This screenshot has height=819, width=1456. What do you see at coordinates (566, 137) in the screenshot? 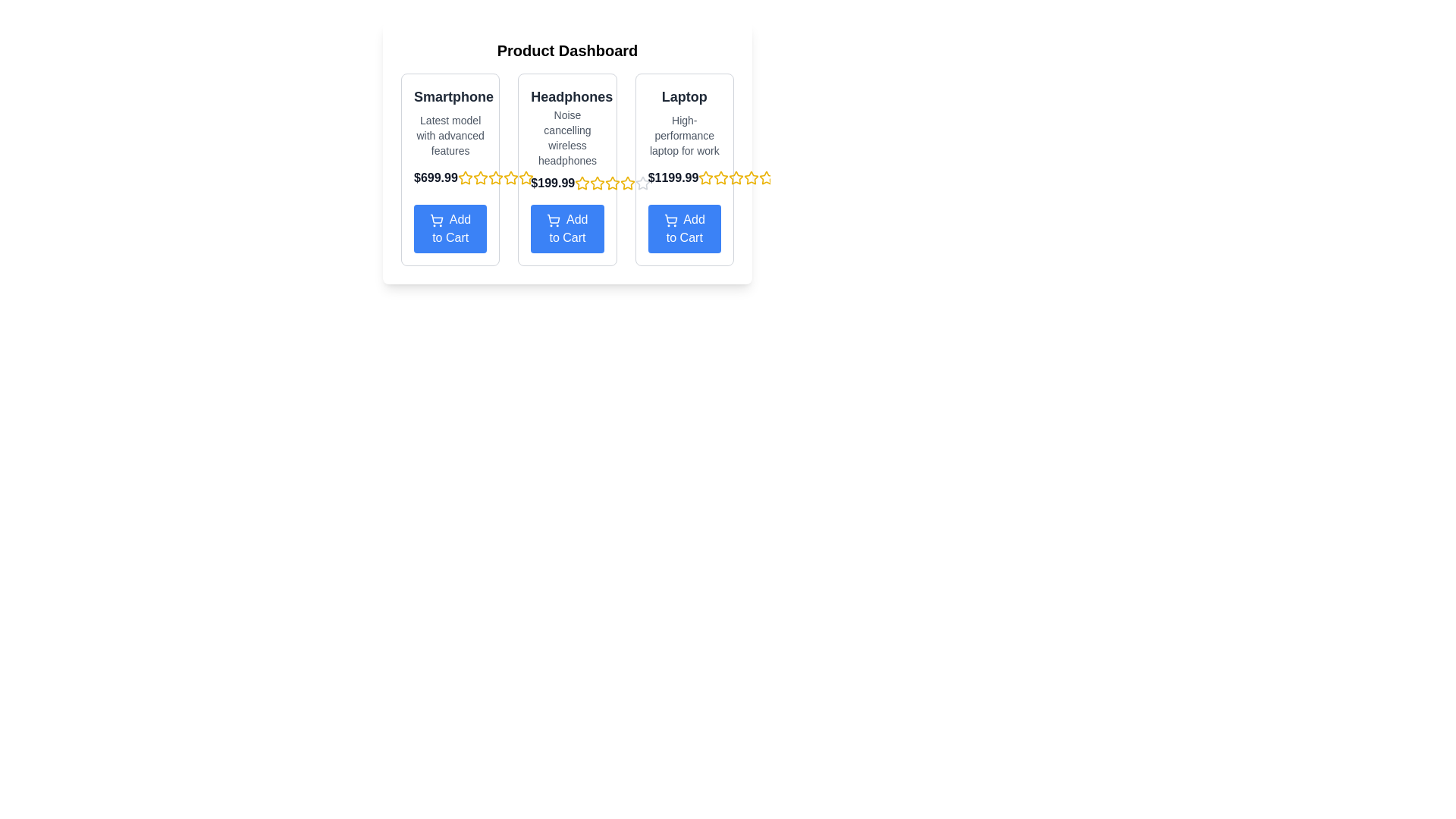
I see `the text label element that reads 'Noise cancelling wireless headphones', which is styled in gray and positioned below the title 'Headphones' and above the price '$199.99'` at bounding box center [566, 137].